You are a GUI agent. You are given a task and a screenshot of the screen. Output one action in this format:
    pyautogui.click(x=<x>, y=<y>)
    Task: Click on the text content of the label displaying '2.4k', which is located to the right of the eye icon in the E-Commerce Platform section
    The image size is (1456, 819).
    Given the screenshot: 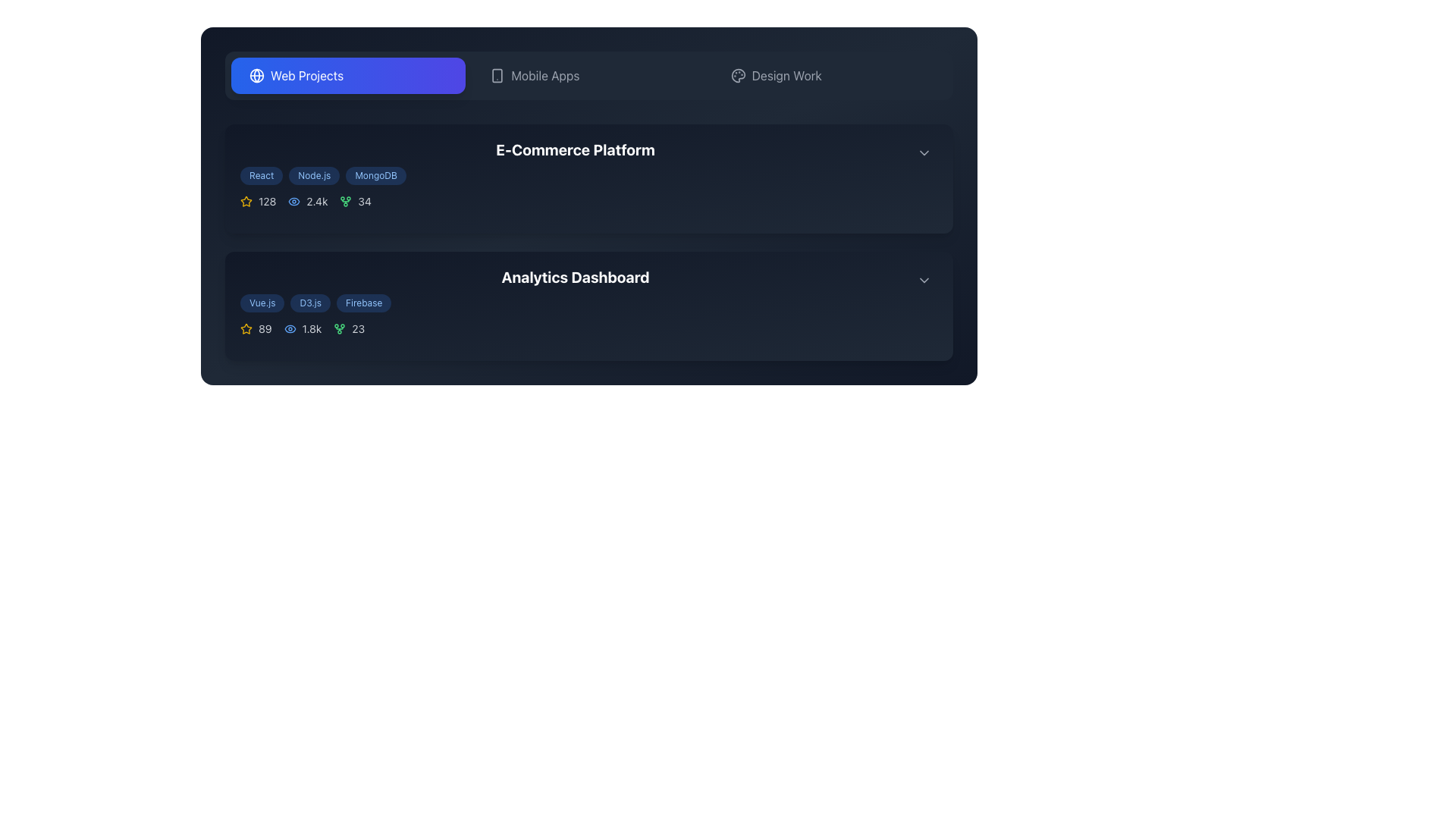 What is the action you would take?
    pyautogui.click(x=316, y=201)
    